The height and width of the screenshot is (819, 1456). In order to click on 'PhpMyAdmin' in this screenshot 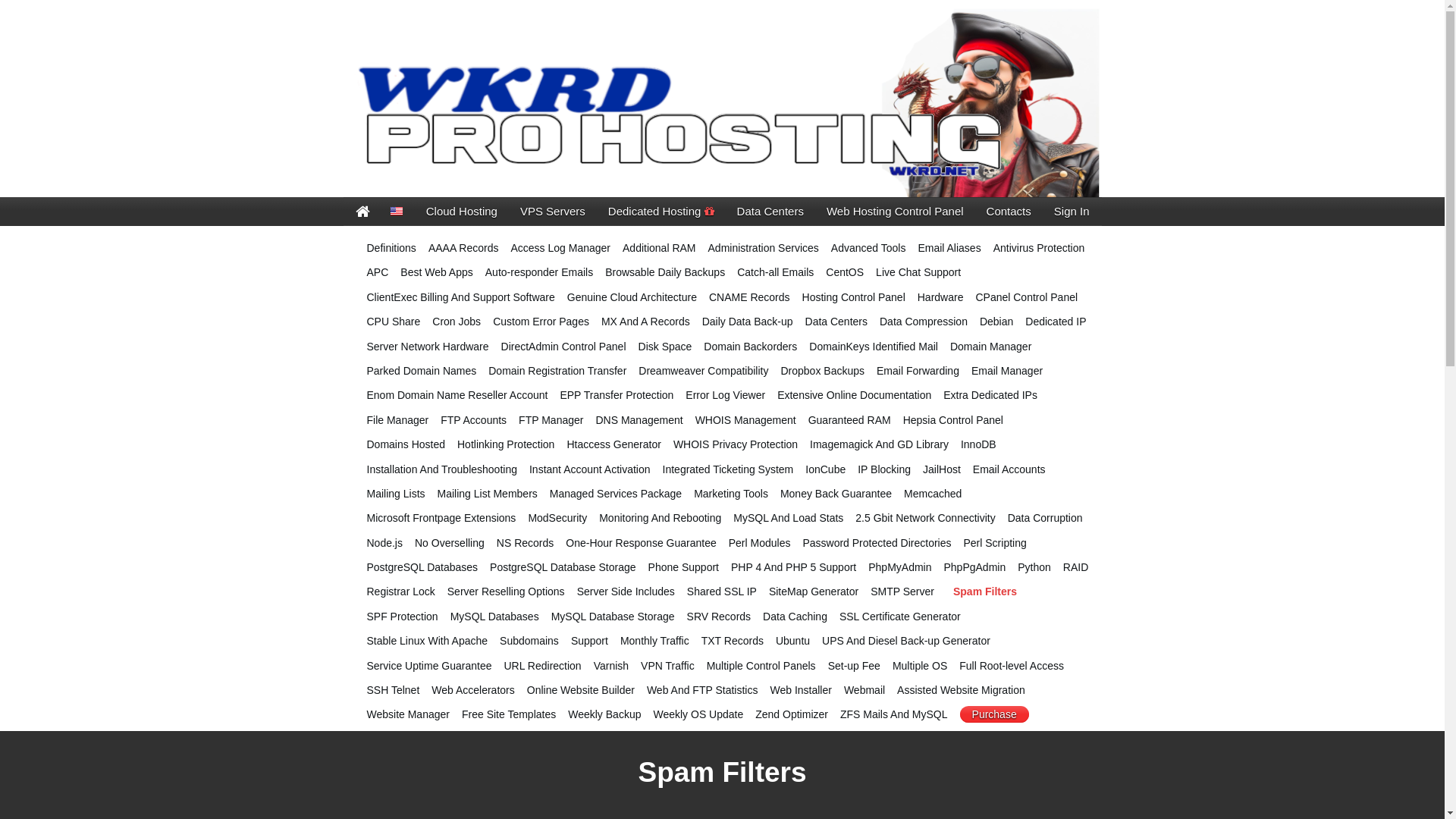, I will do `click(899, 567)`.